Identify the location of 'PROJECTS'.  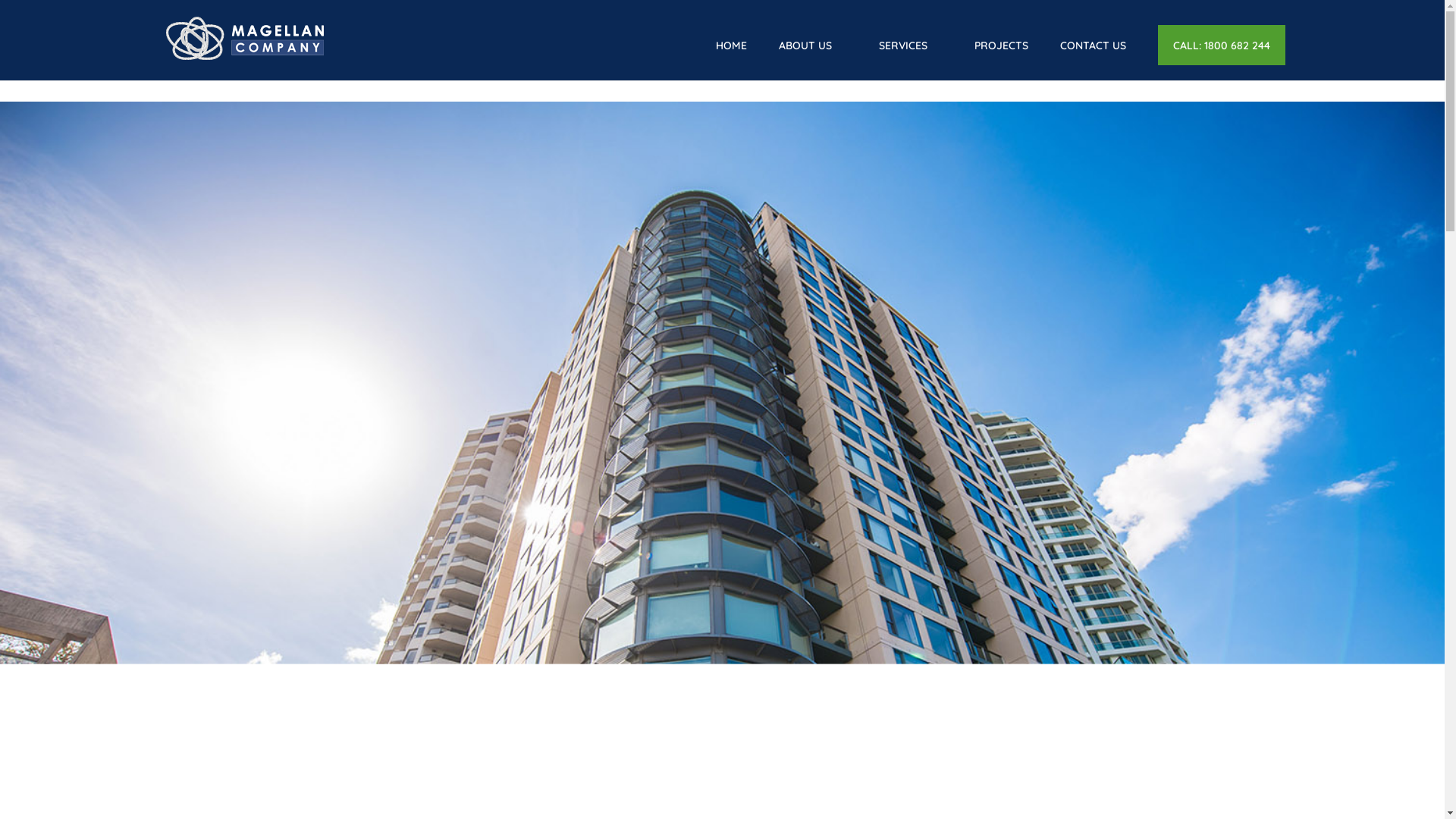
(1001, 57).